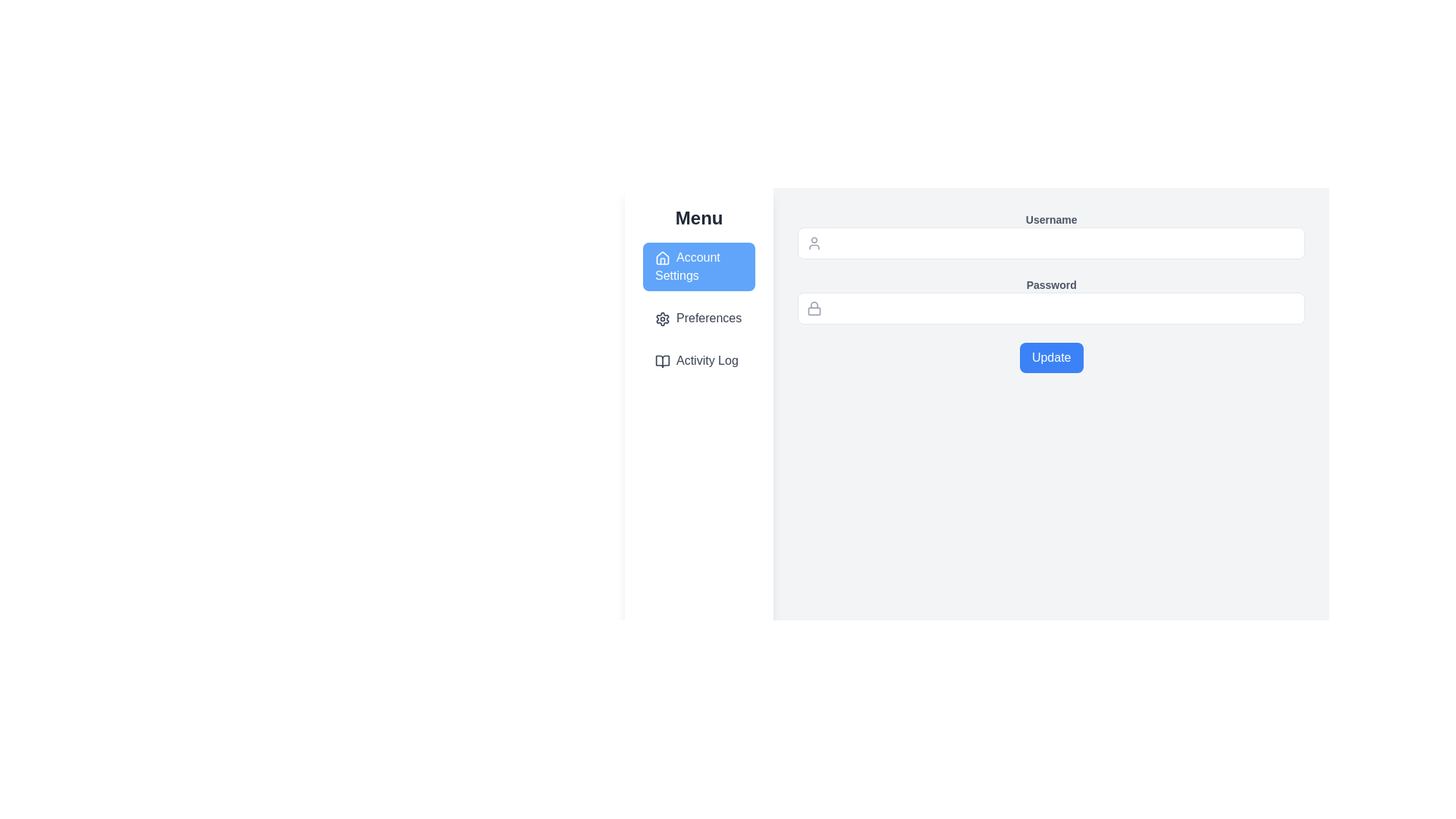  What do you see at coordinates (698, 318) in the screenshot?
I see `the 'Preferences' menu item, which features a gear icon and is the second option in the vertical menu list` at bounding box center [698, 318].